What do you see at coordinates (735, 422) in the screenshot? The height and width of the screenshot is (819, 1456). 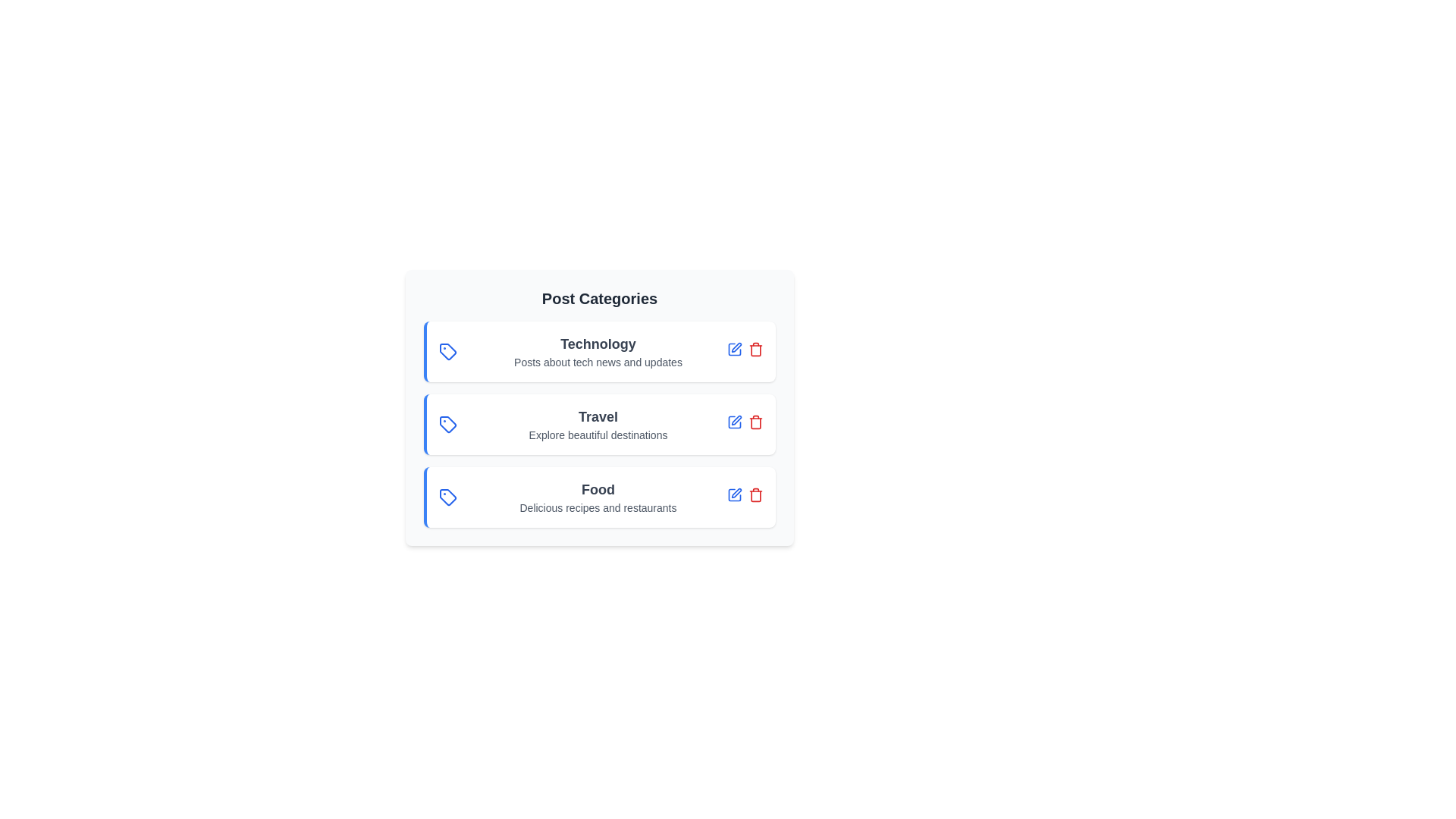 I see `edit button for the category Travel` at bounding box center [735, 422].